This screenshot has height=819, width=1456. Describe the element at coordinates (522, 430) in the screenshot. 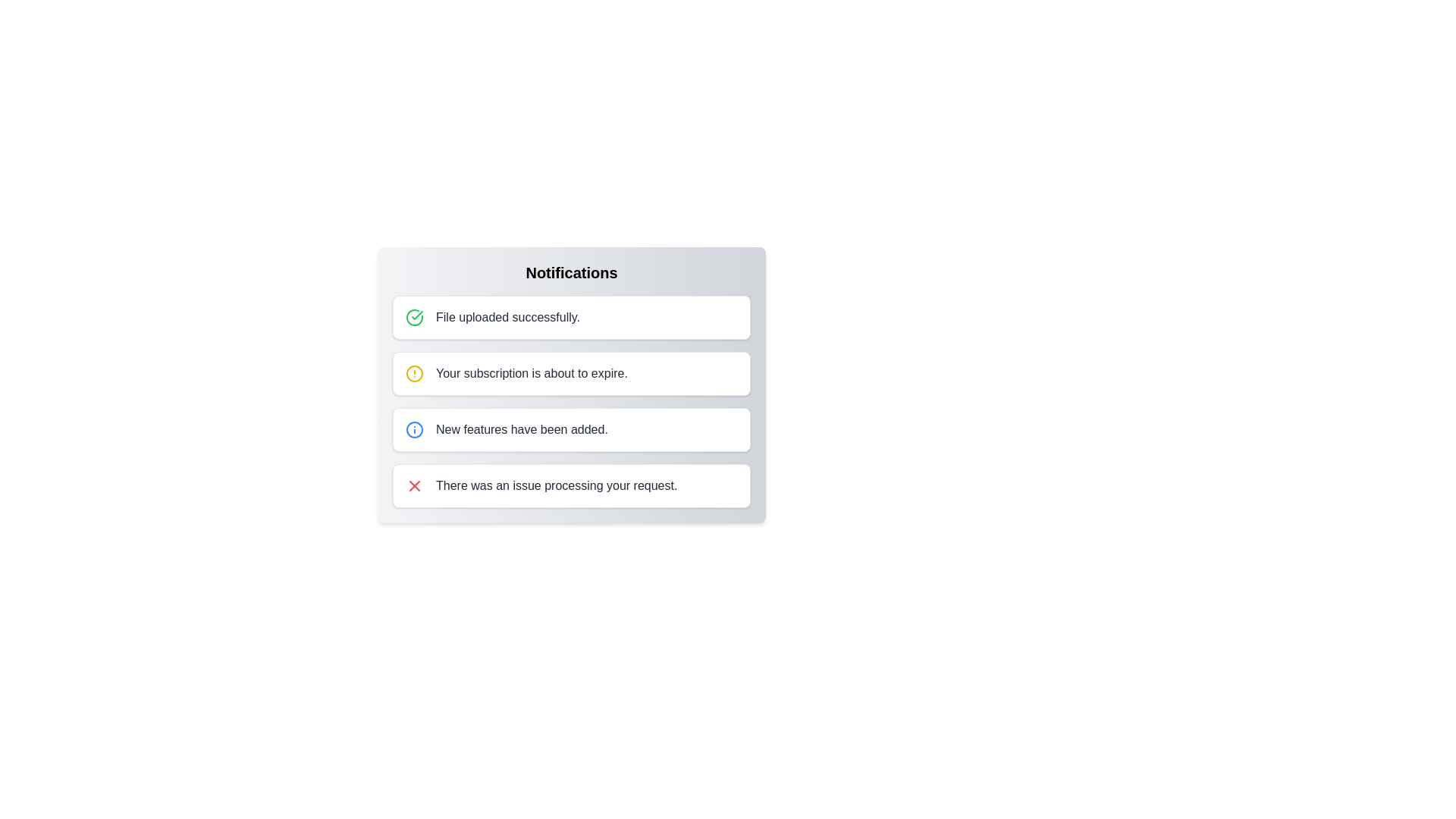

I see `text content of the third notification card in the 'Notifications' section, which has a blue icon on the left and a white background` at that location.